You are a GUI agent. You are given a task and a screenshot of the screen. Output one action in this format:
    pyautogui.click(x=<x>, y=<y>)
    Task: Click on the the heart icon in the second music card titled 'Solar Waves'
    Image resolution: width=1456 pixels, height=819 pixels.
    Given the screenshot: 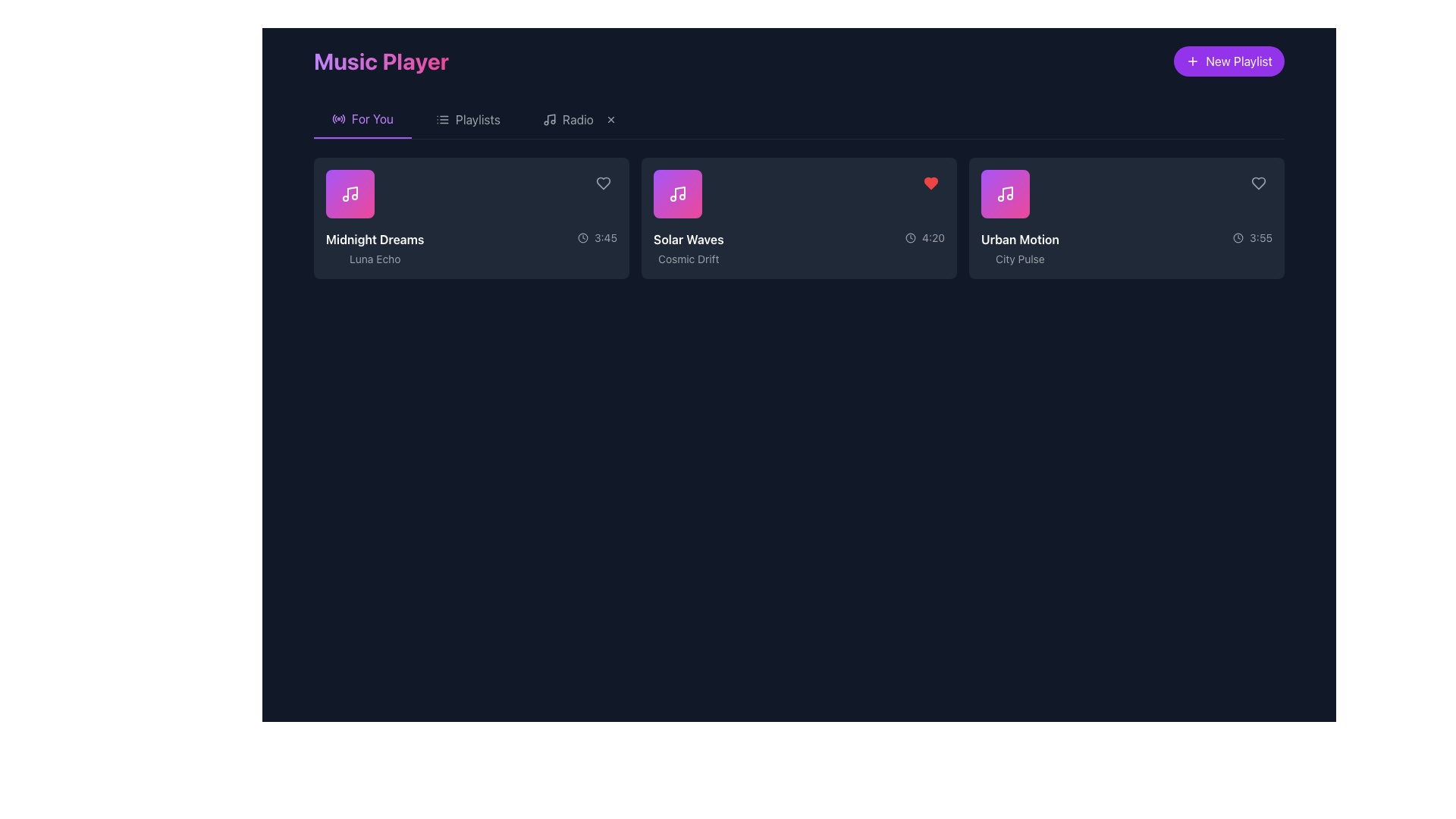 What is the action you would take?
    pyautogui.click(x=930, y=183)
    